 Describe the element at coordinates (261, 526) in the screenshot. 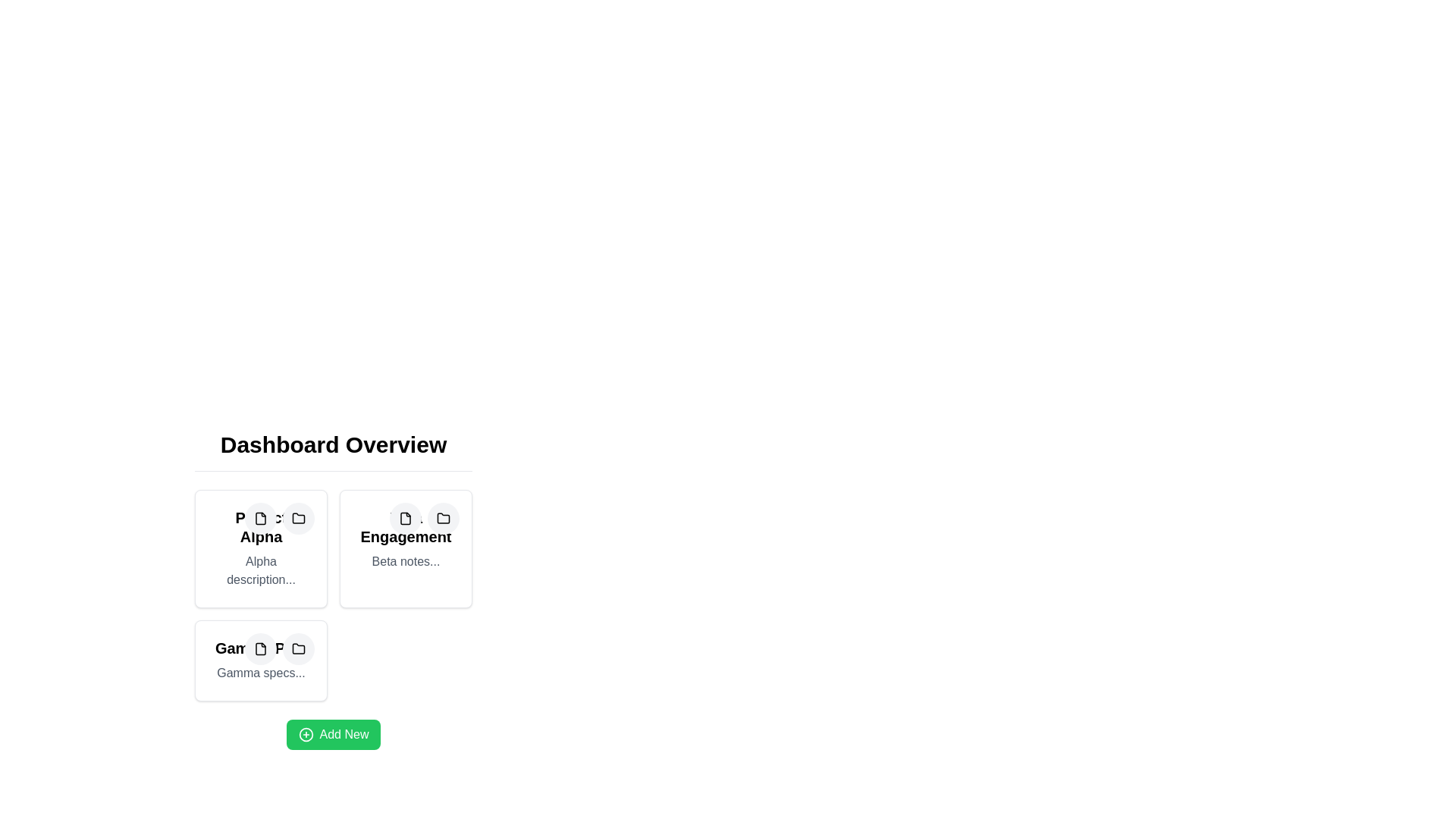

I see `the Static Text Label that serves as the project title in the first box of the grid on the dashboard overview, located just below the actionable icons` at that location.